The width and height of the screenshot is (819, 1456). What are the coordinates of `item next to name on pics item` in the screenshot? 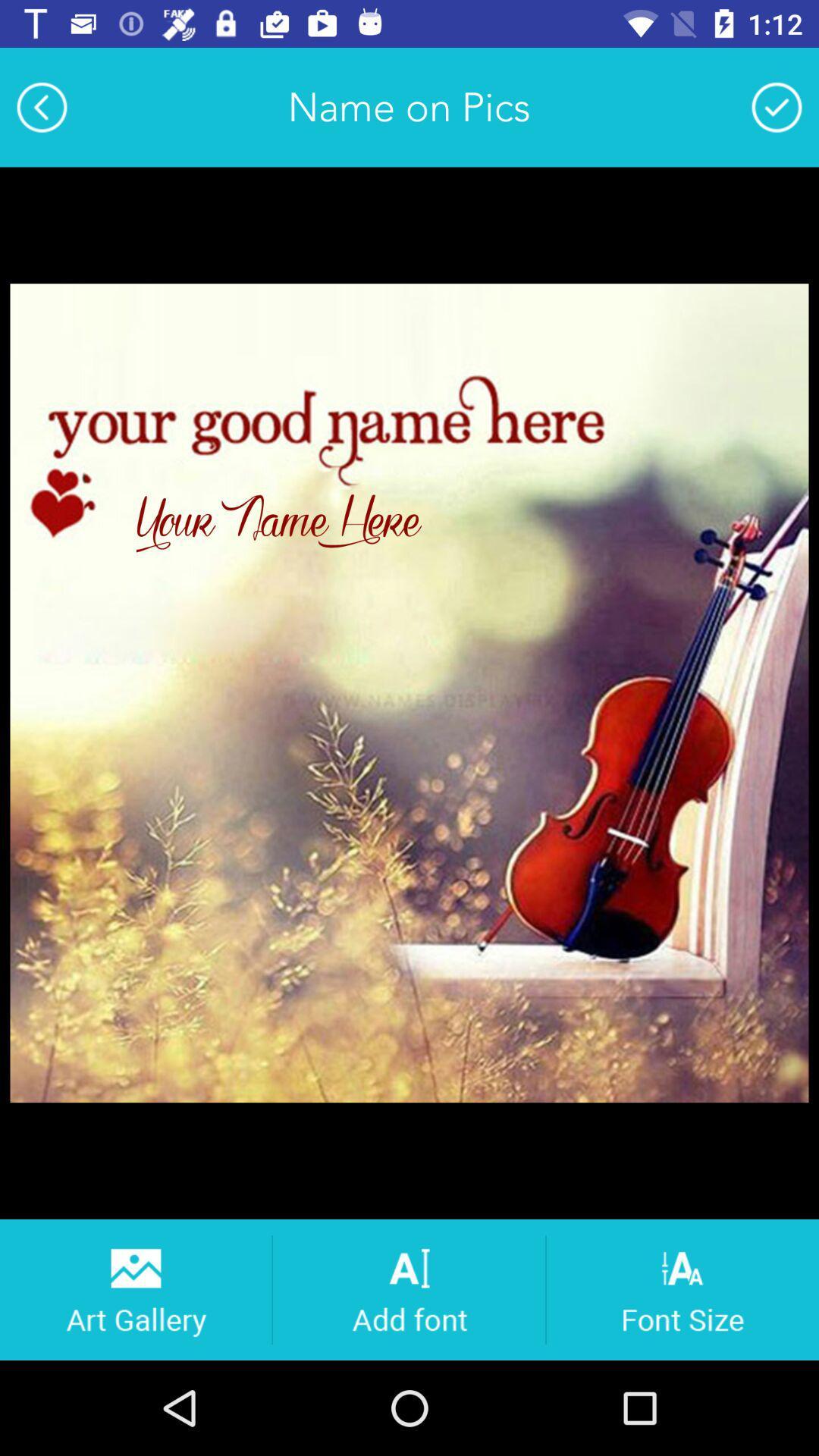 It's located at (41, 106).